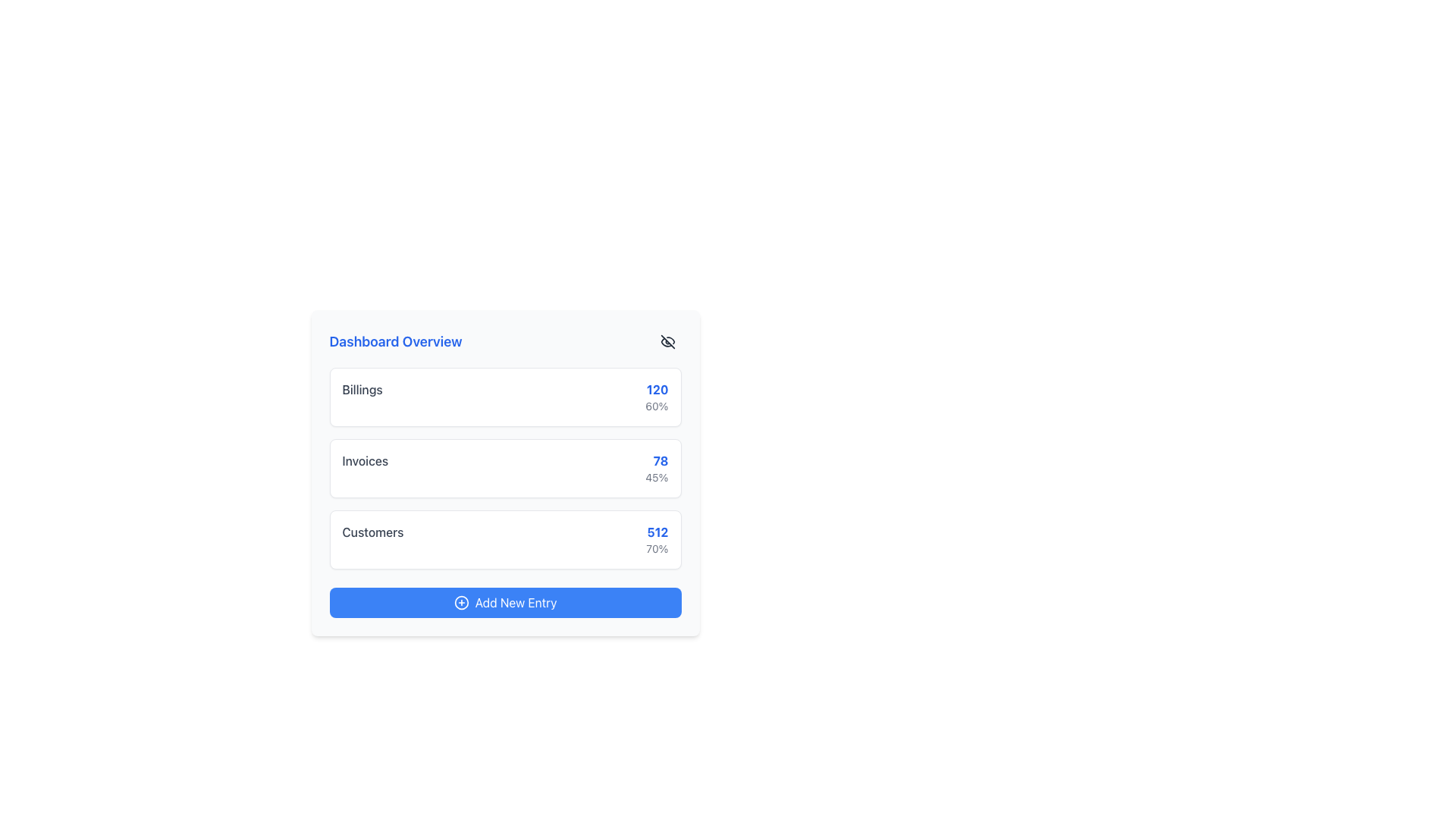 The width and height of the screenshot is (1456, 819). What do you see at coordinates (657, 549) in the screenshot?
I see `text displaying '70%' located below the bold blue number '512' in the 'Customers' row of the Dashboard Overview` at bounding box center [657, 549].